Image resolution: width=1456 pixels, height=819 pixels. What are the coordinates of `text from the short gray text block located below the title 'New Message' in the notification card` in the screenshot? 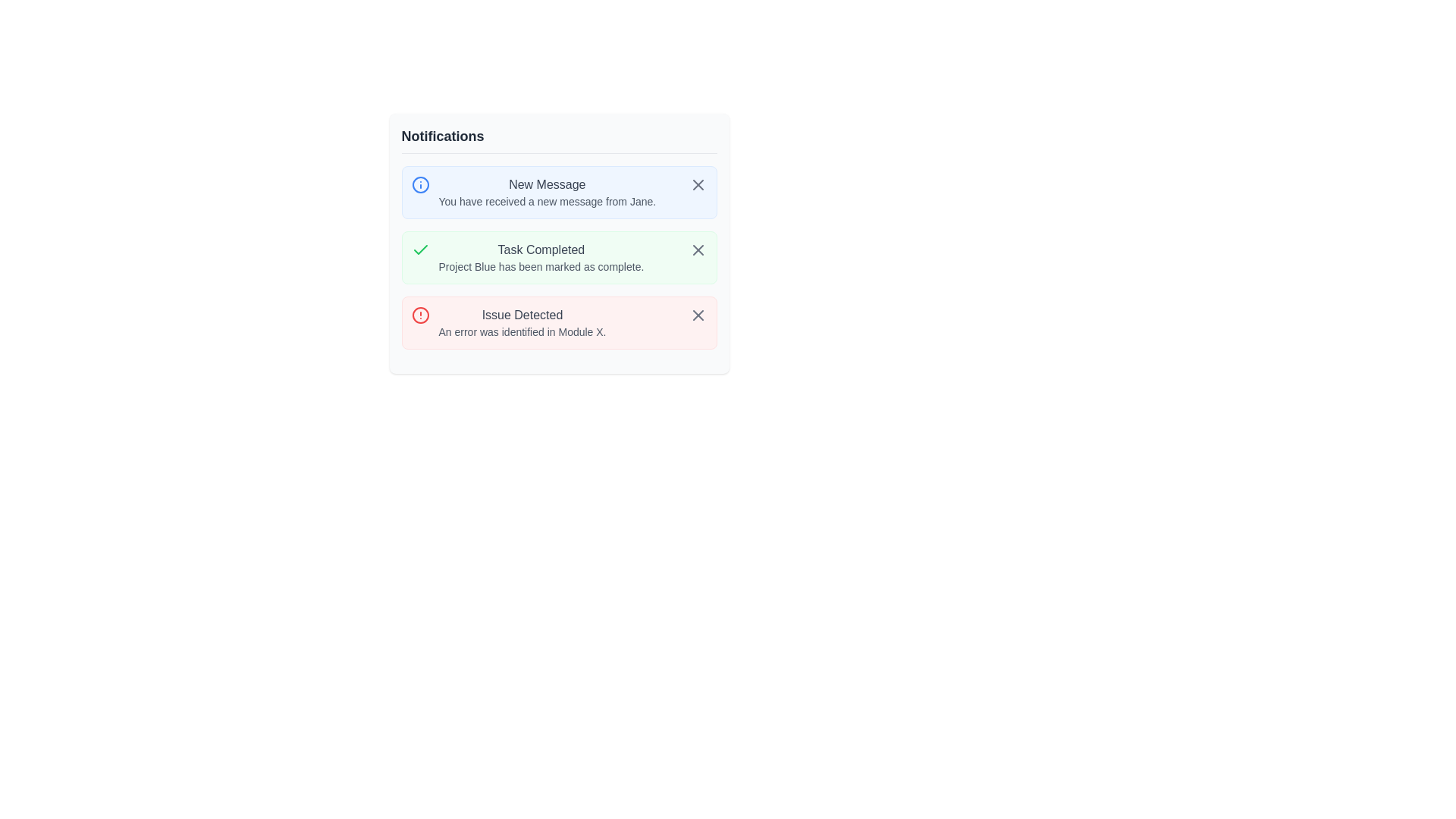 It's located at (546, 201).